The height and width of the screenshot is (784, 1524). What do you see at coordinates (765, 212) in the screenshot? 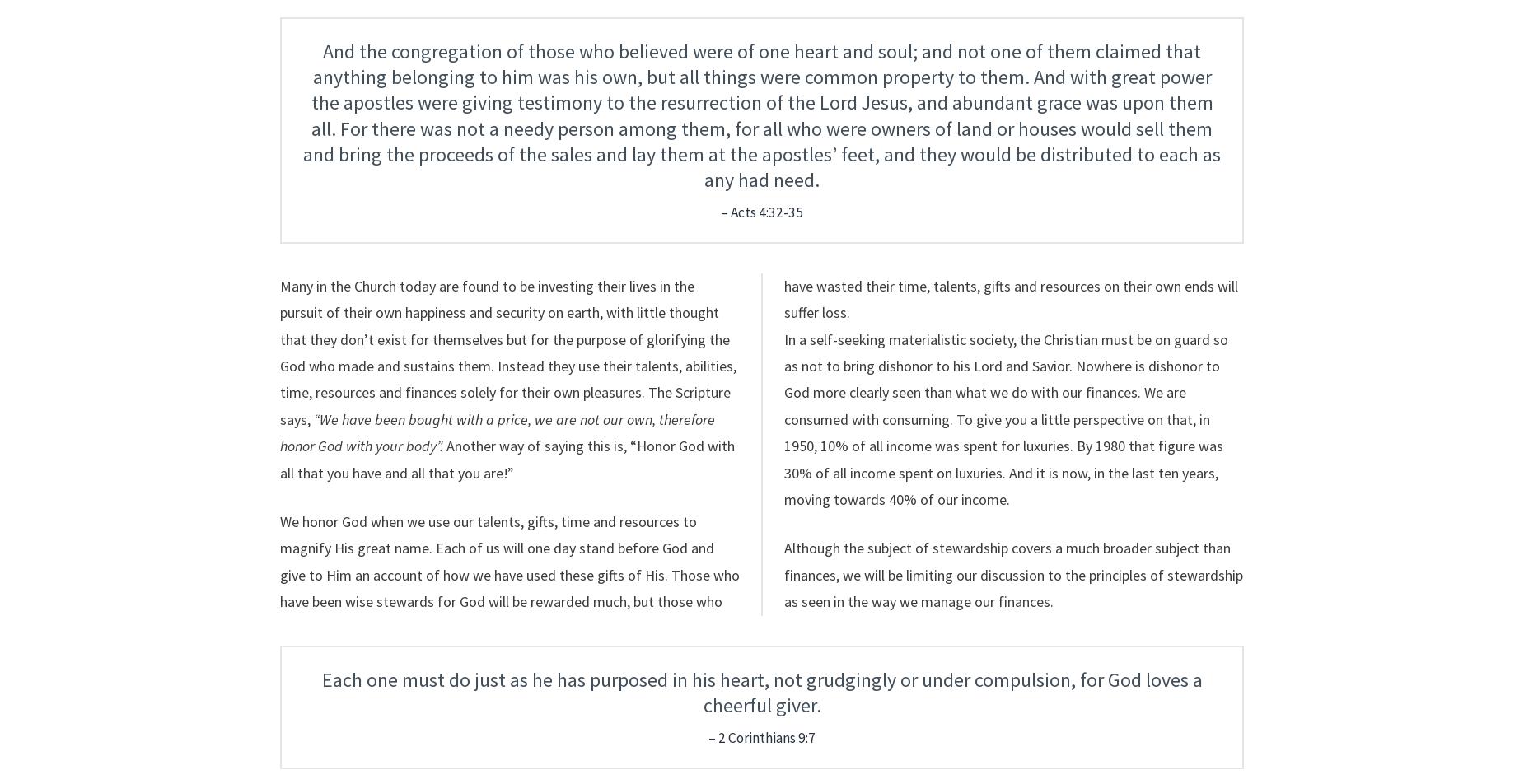
I see `'Acts 4:32-35'` at bounding box center [765, 212].